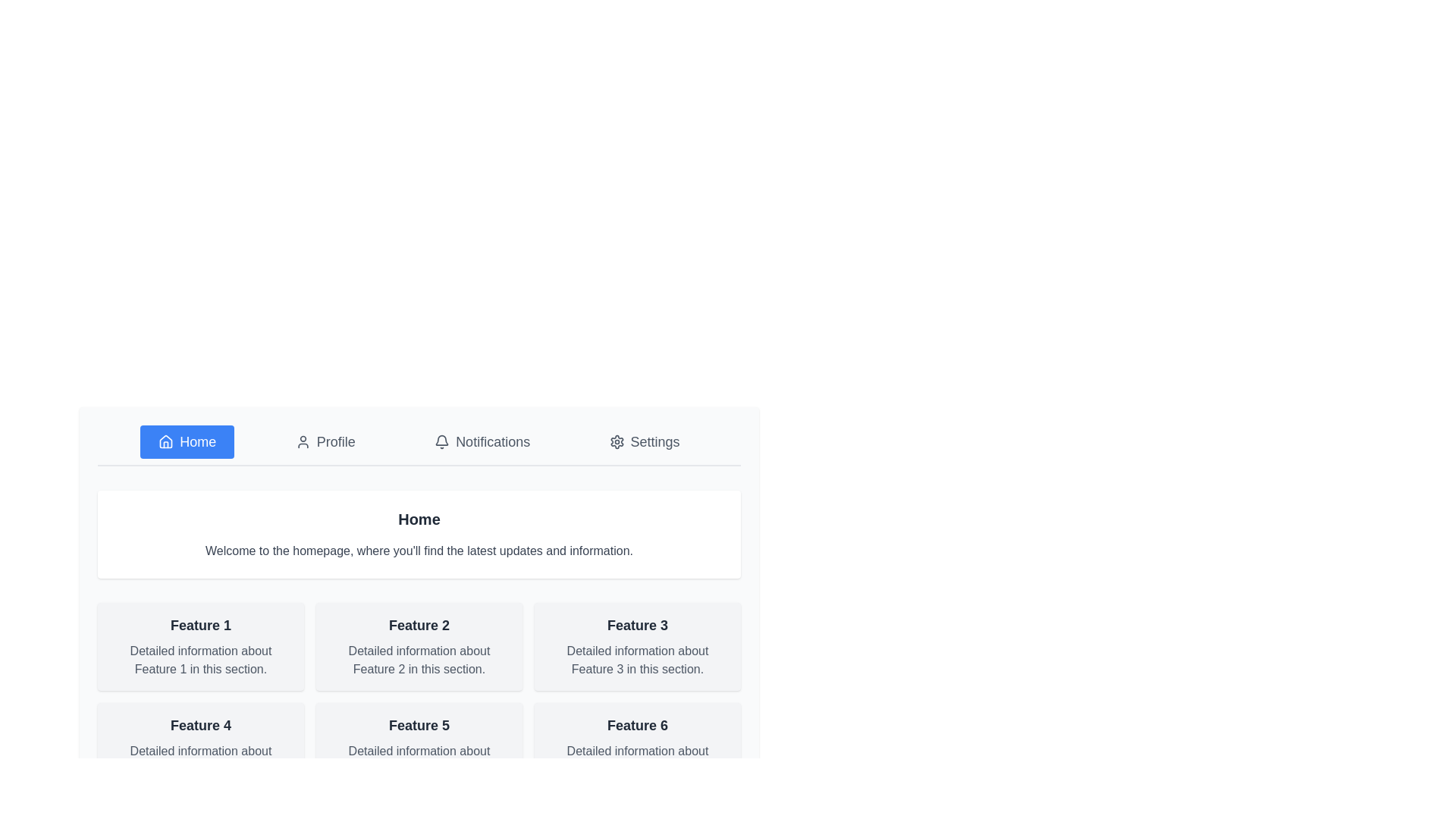 This screenshot has height=819, width=1456. I want to click on descriptive information provided by the text label located at the bottom of the 'Feature 4' card, which elaborates on the header 'Feature 4', so click(199, 760).